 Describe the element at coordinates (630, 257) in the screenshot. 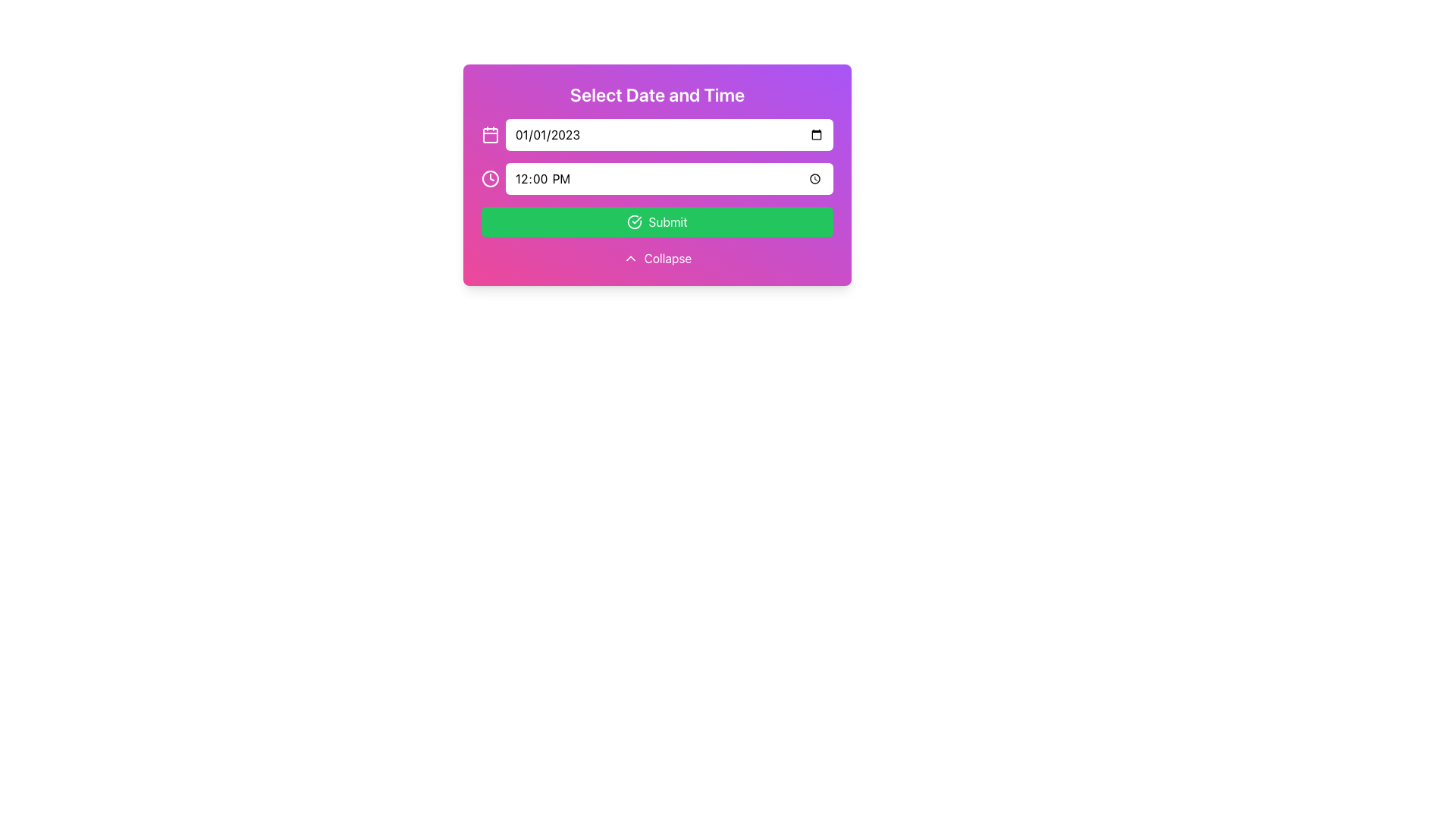

I see `the upward-facing chevron icon located to the left of the word 'Collapse'` at that location.